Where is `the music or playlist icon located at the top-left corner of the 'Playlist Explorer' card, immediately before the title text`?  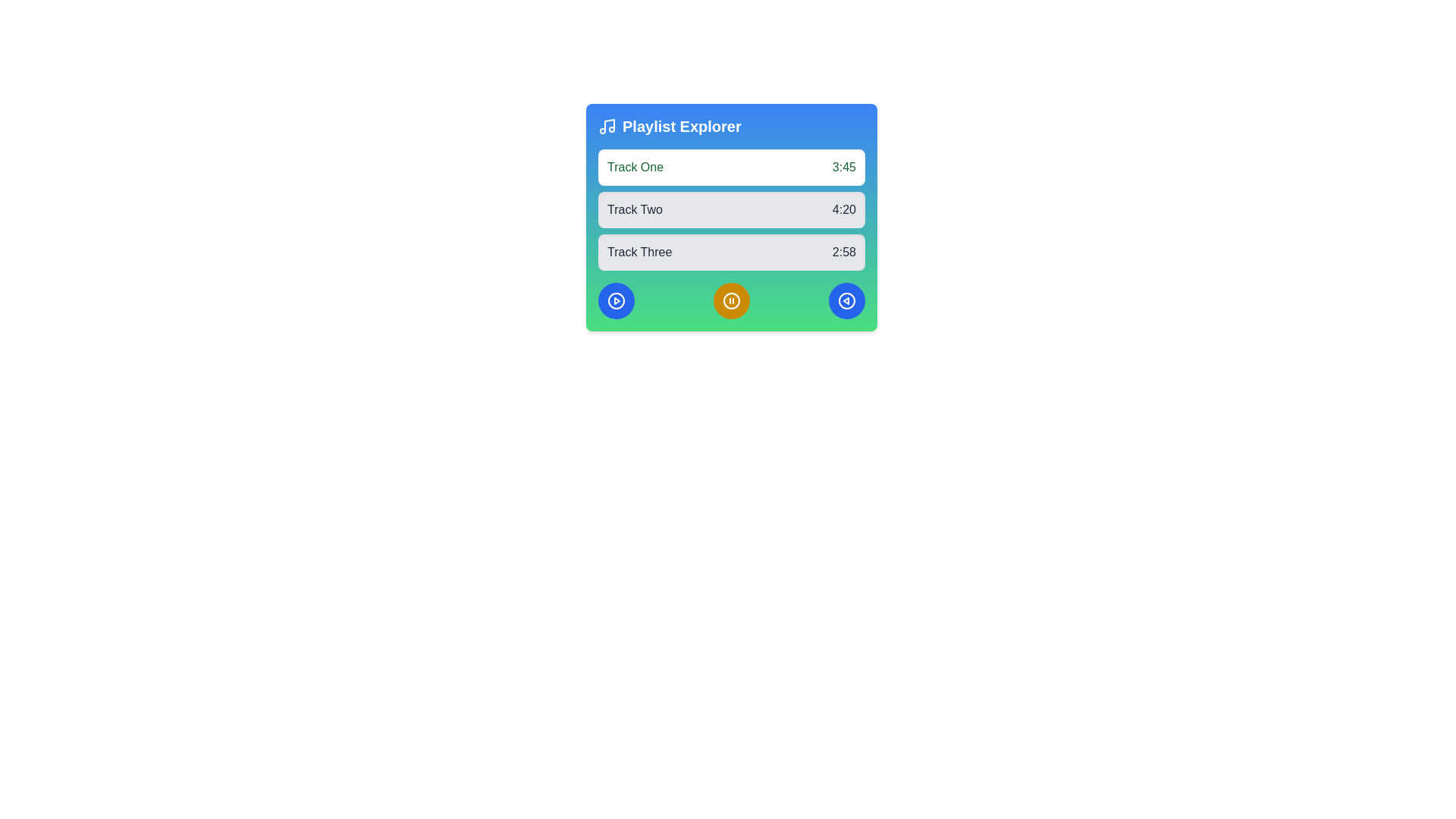 the music or playlist icon located at the top-left corner of the 'Playlist Explorer' card, immediately before the title text is located at coordinates (607, 125).